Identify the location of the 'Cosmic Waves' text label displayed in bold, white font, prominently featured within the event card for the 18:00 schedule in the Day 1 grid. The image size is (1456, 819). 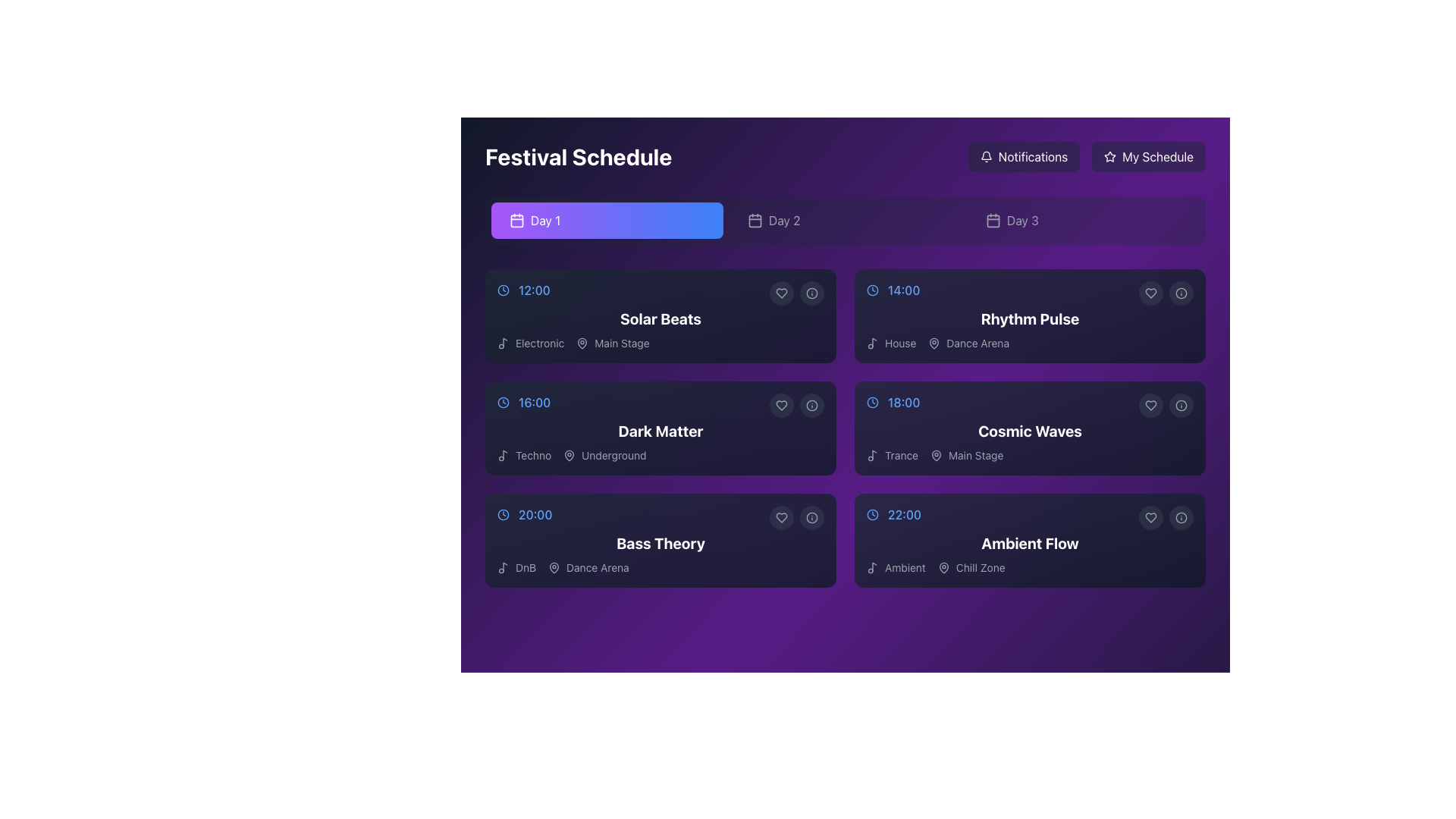
(1030, 431).